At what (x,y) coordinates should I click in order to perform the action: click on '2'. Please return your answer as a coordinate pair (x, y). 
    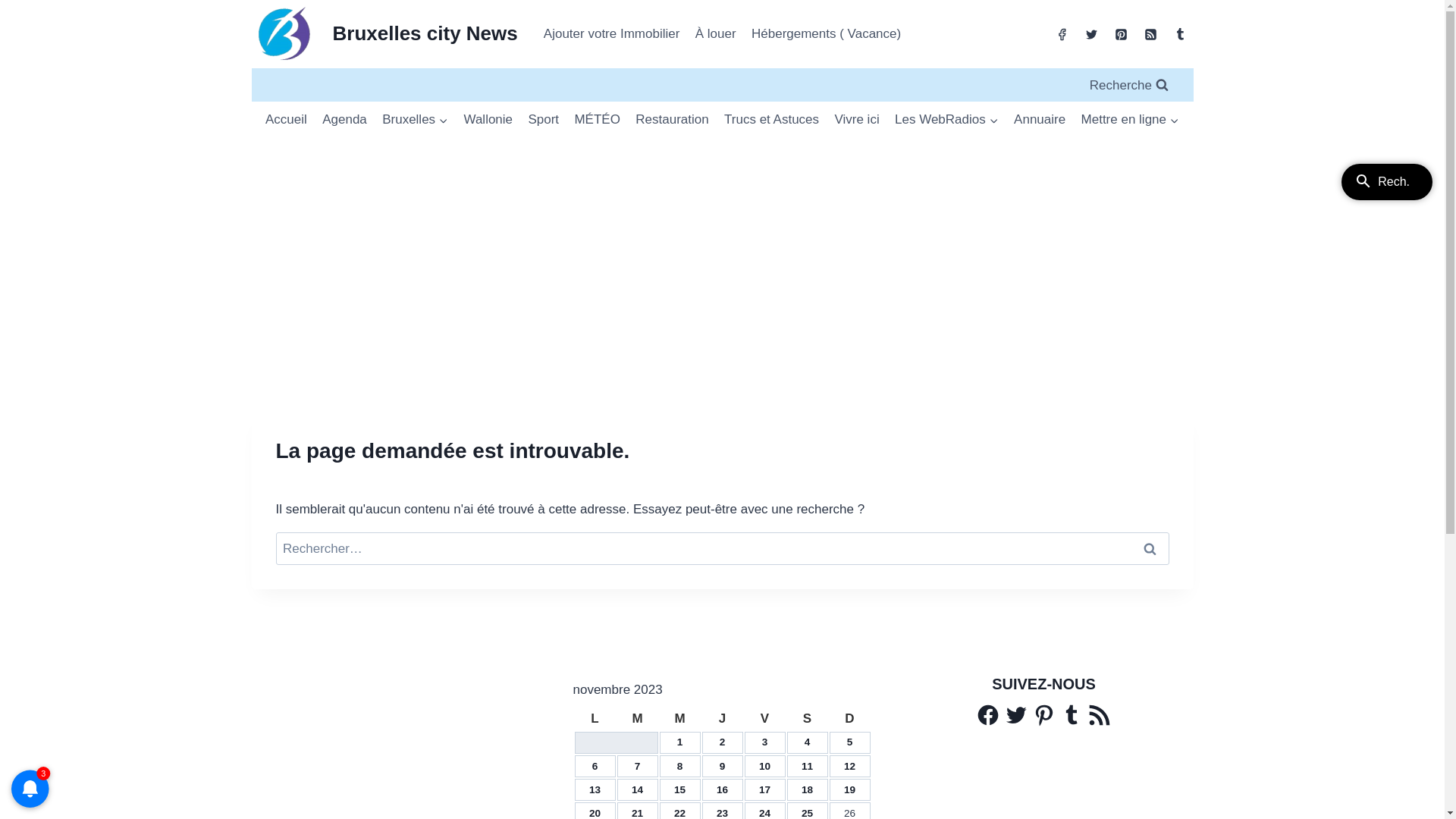
    Looking at the image, I should click on (722, 741).